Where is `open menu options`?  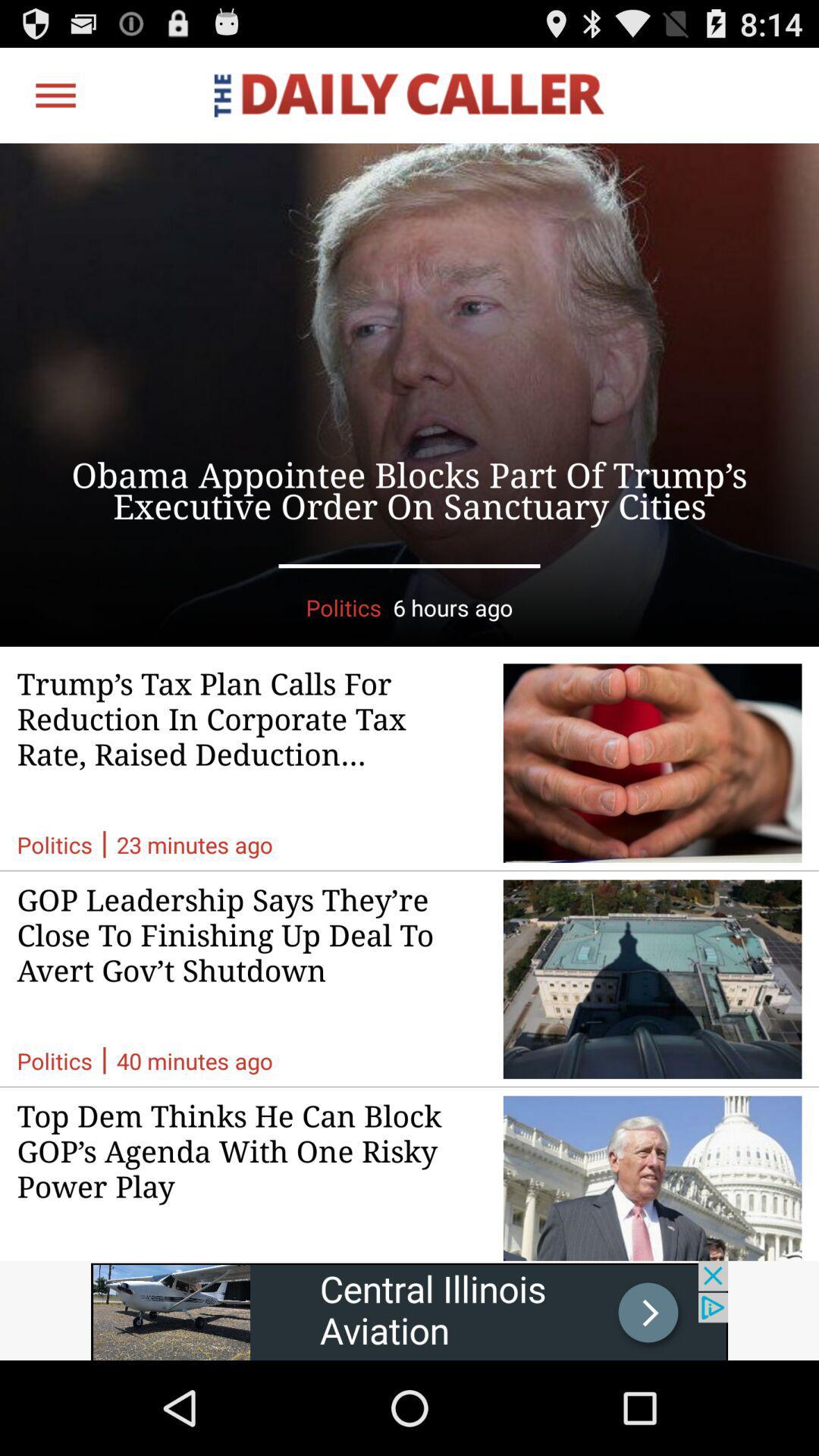 open menu options is located at coordinates (55, 94).